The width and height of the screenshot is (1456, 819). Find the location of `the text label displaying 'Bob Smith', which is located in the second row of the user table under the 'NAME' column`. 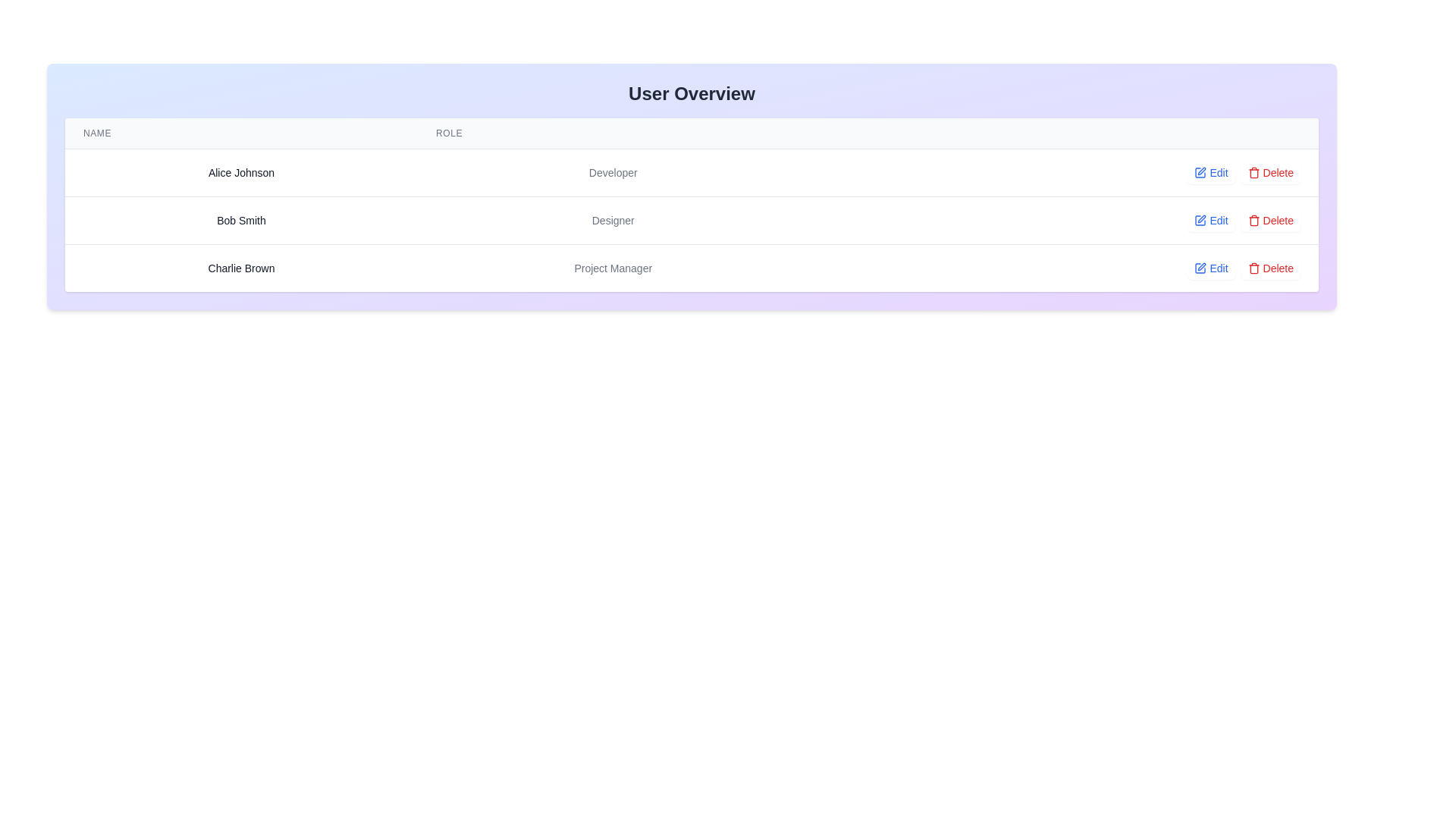

the text label displaying 'Bob Smith', which is located in the second row of the user table under the 'NAME' column is located at coordinates (240, 220).